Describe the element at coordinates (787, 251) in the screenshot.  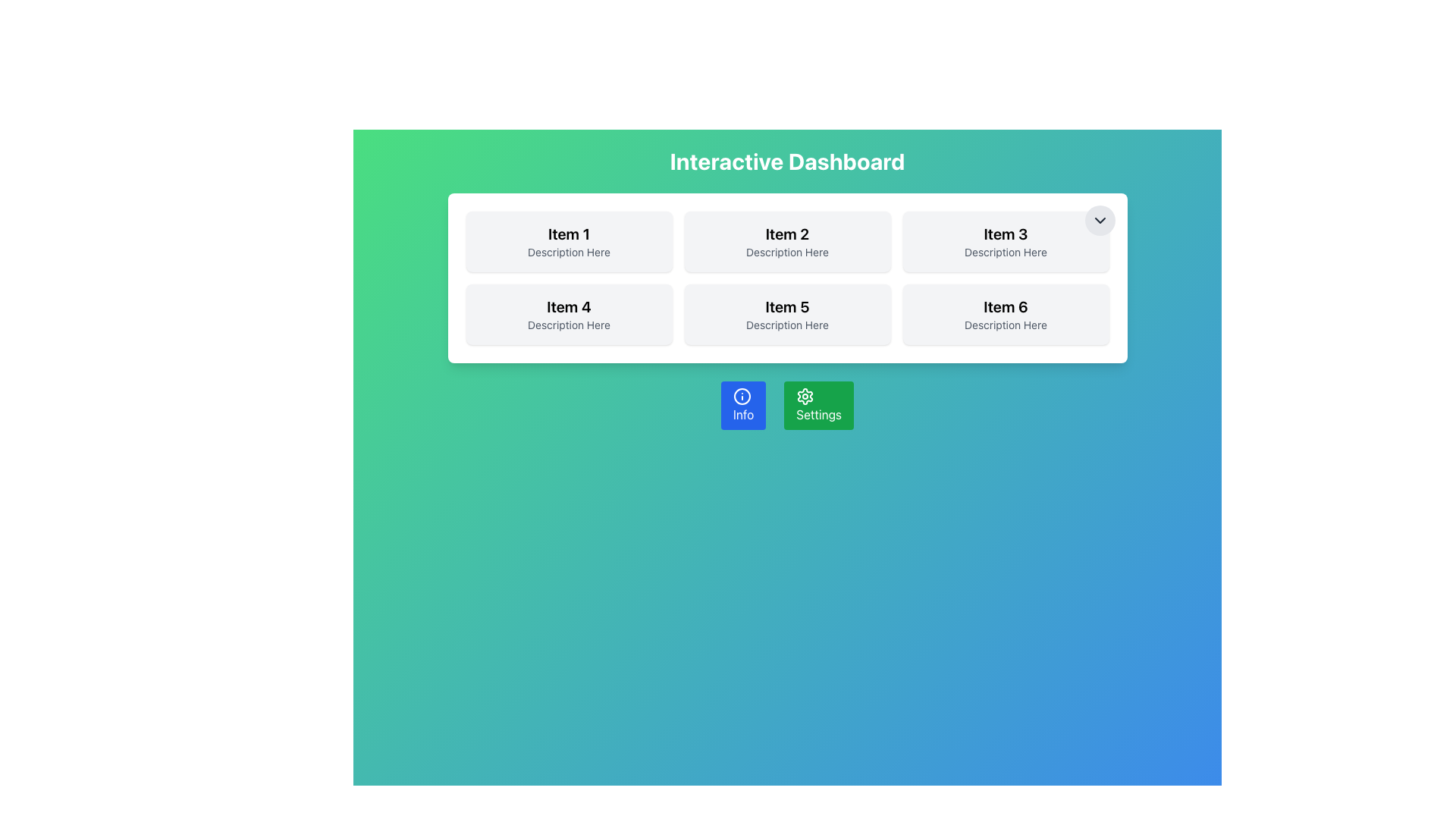
I see `the static text label reading 'Description Here' that is positioned below the title 'Item 2' in the second item box of a horizontally-aligned grid` at that location.